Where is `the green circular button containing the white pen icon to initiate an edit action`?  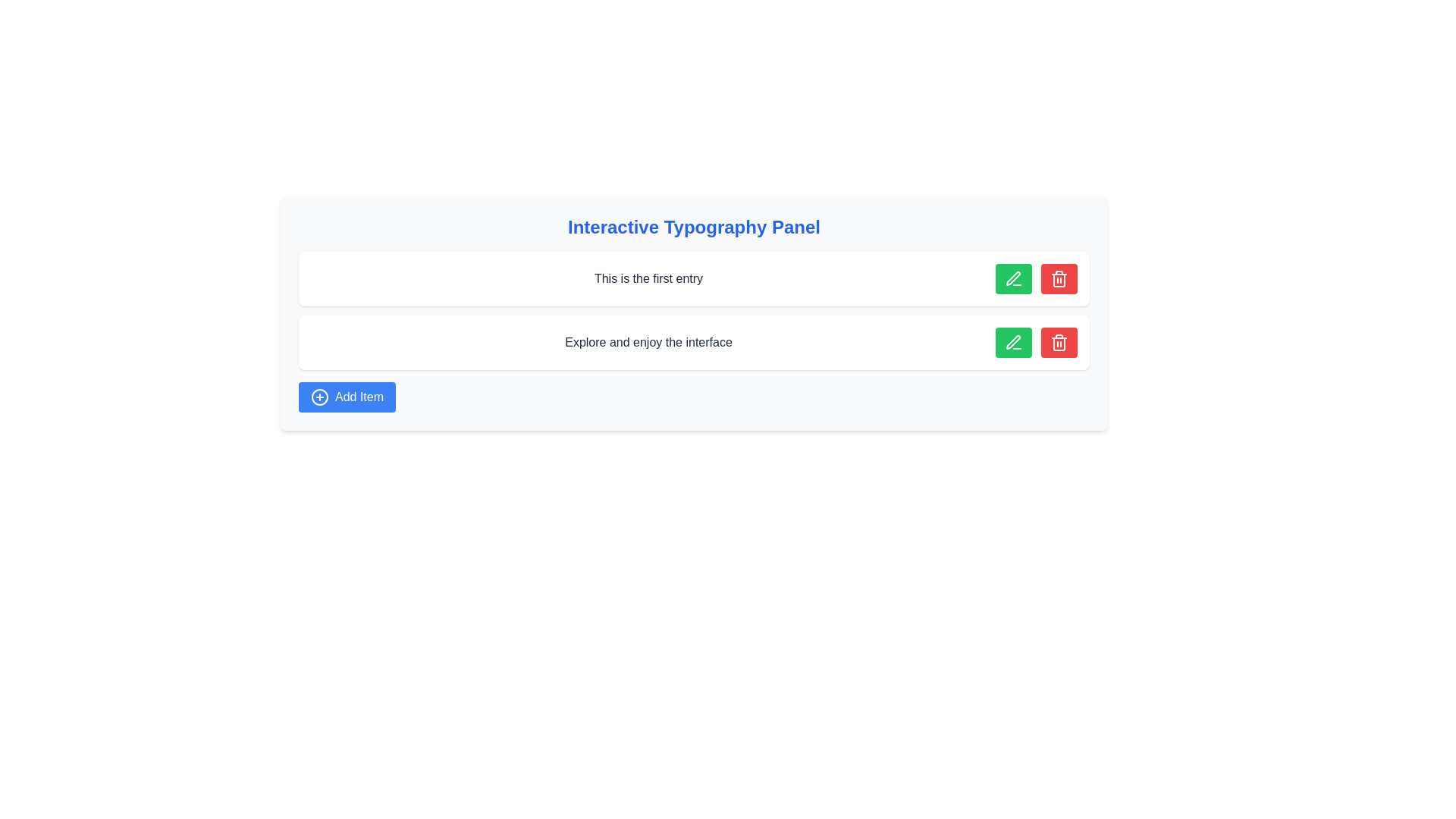
the green circular button containing the white pen icon to initiate an edit action is located at coordinates (1014, 342).